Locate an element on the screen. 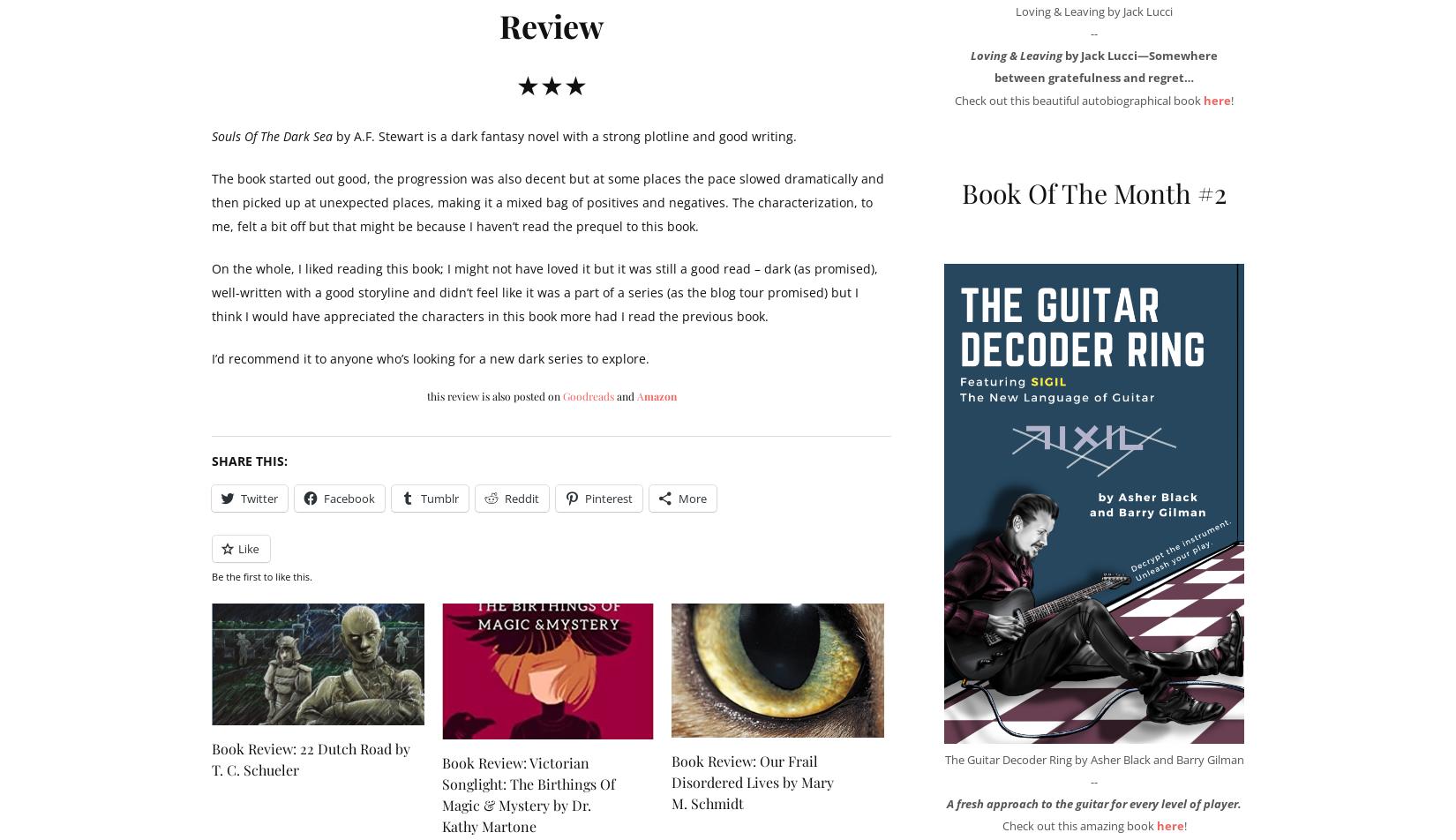 Image resolution: width=1456 pixels, height=840 pixels. 'A' is located at coordinates (635, 395).